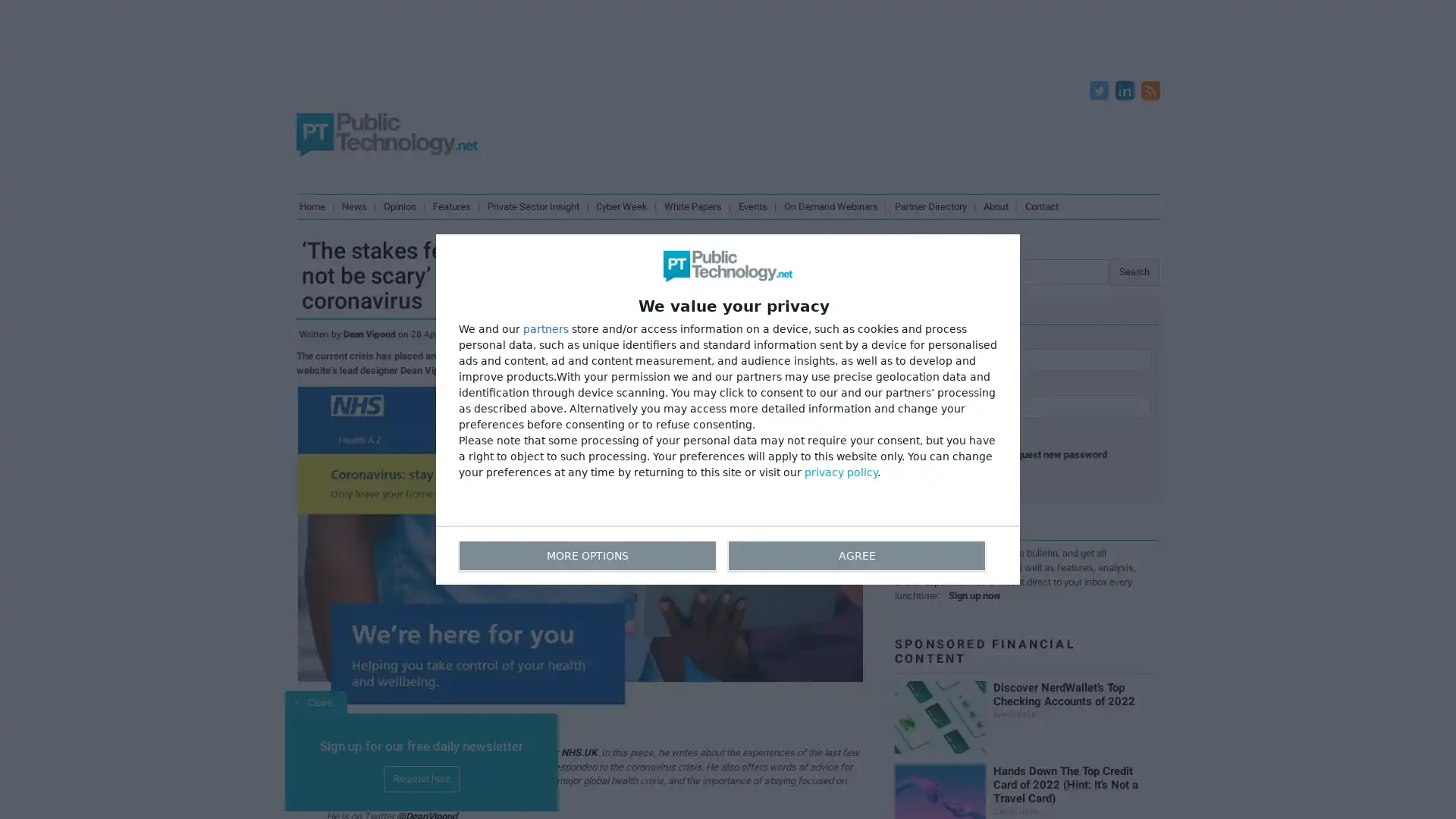  Describe the element at coordinates (856, 555) in the screenshot. I see `AGREE` at that location.